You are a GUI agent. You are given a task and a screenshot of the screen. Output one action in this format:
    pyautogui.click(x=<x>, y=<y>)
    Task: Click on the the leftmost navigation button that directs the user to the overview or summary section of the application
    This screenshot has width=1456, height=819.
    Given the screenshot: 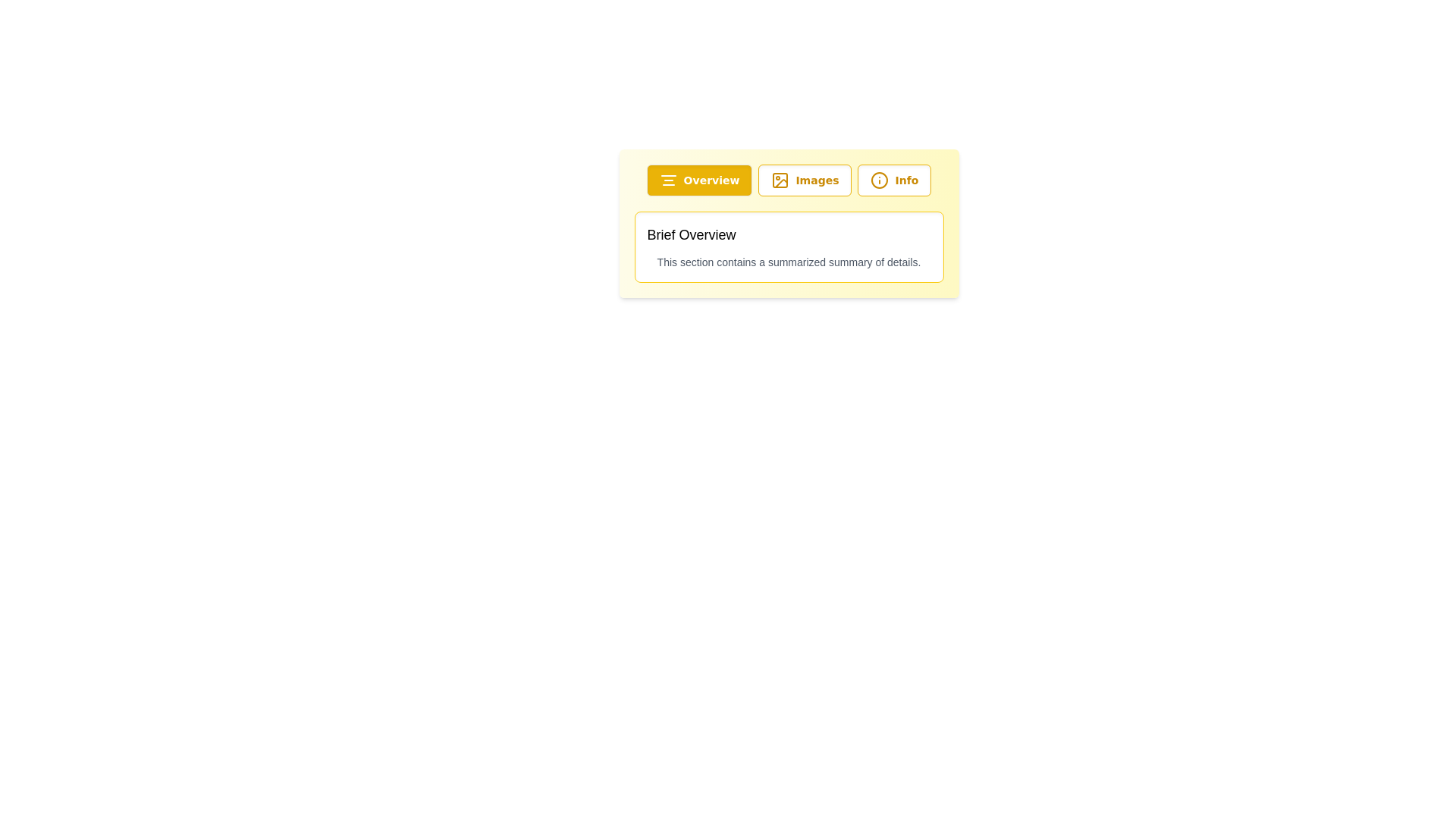 What is the action you would take?
    pyautogui.click(x=698, y=180)
    